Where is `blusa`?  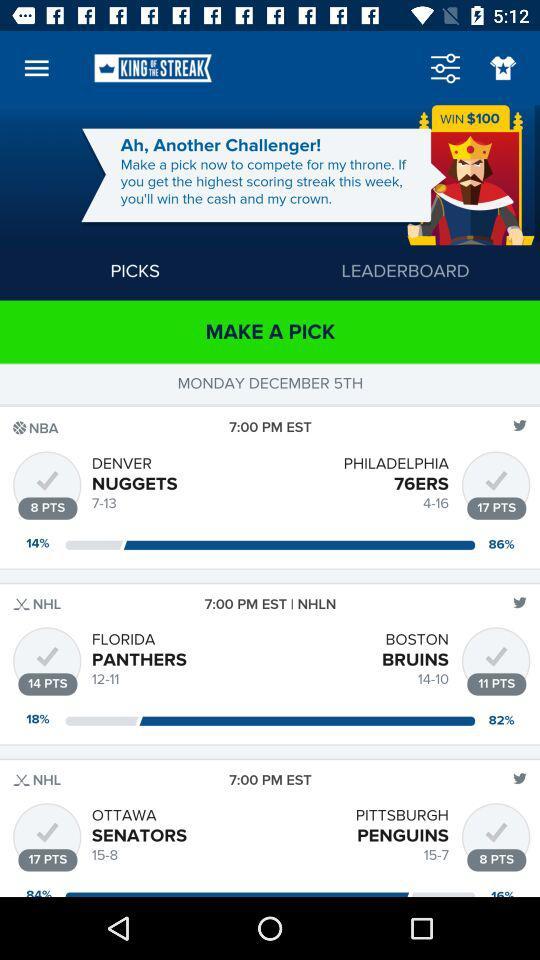
blusa is located at coordinates (502, 68).